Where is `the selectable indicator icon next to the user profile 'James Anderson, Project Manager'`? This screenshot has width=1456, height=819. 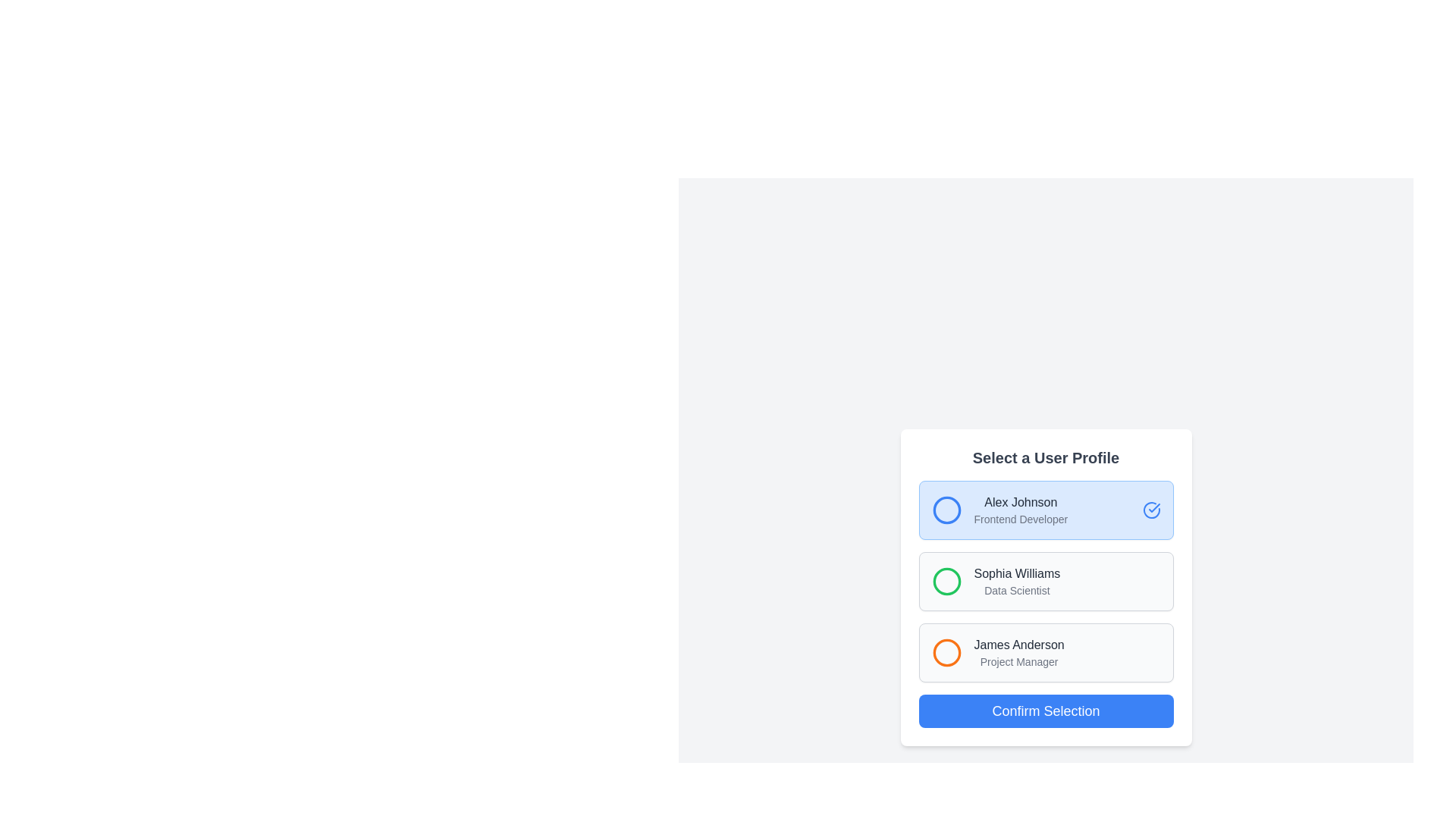
the selectable indicator icon next to the user profile 'James Anderson, Project Manager' is located at coordinates (946, 651).